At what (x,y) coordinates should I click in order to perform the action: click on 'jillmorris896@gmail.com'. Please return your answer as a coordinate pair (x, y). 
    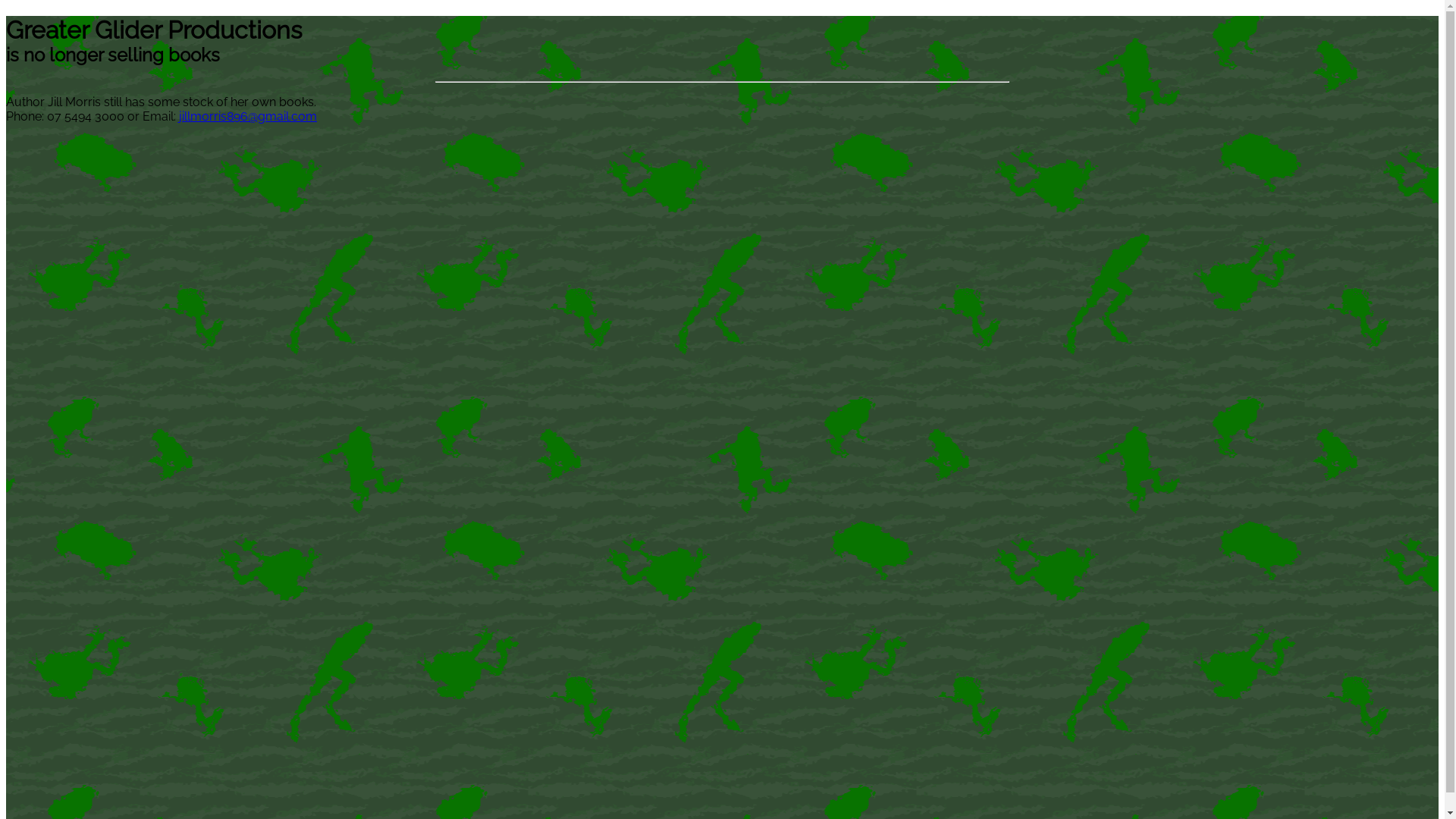
    Looking at the image, I should click on (247, 115).